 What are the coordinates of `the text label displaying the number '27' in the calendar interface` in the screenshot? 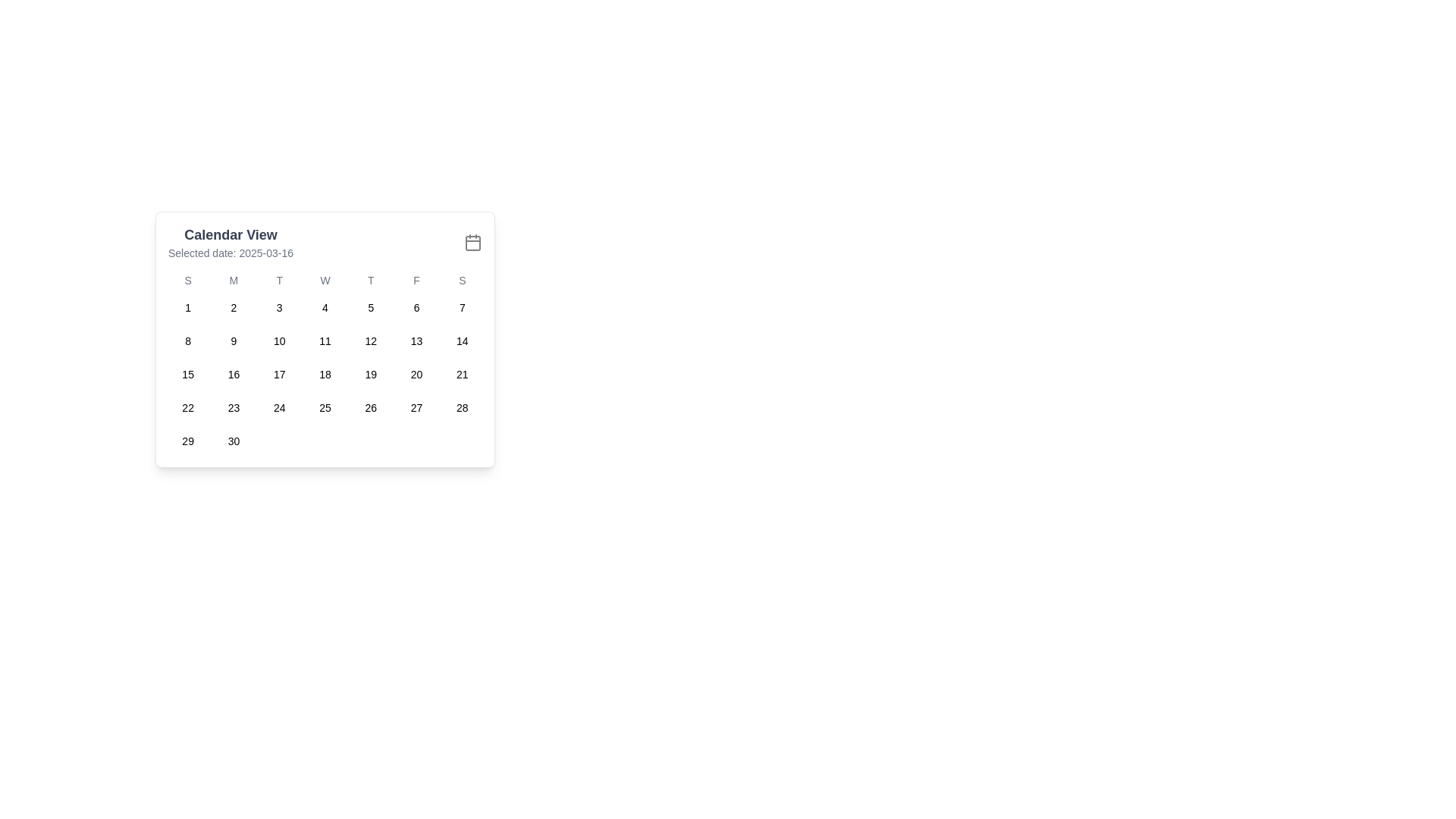 It's located at (416, 406).